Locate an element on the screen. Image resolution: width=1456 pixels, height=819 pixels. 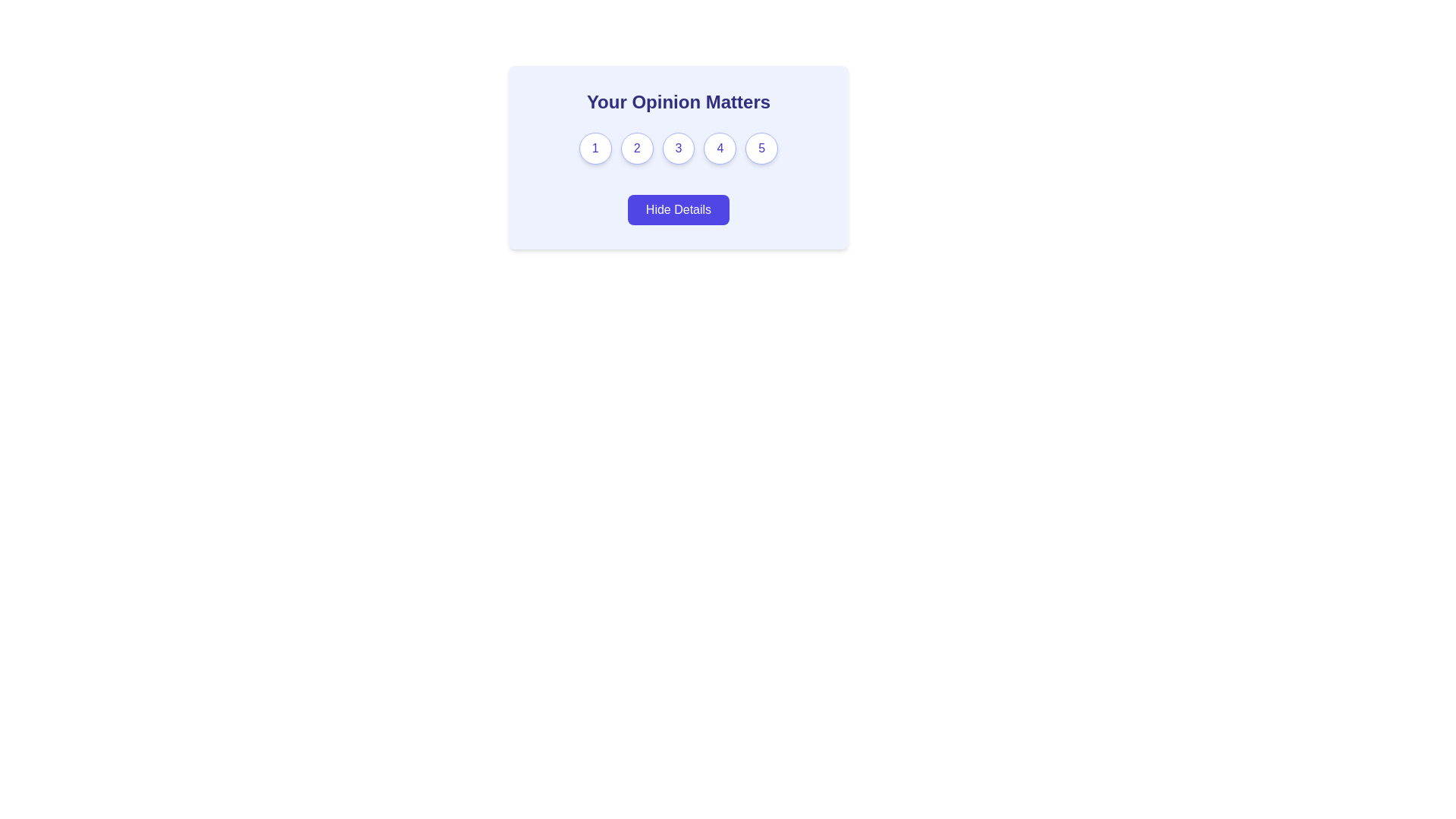
the fourth button in the horizontal row of rating buttons, located below 'Your Opinion Matters' and above the 'Hide Details' button is located at coordinates (719, 149).